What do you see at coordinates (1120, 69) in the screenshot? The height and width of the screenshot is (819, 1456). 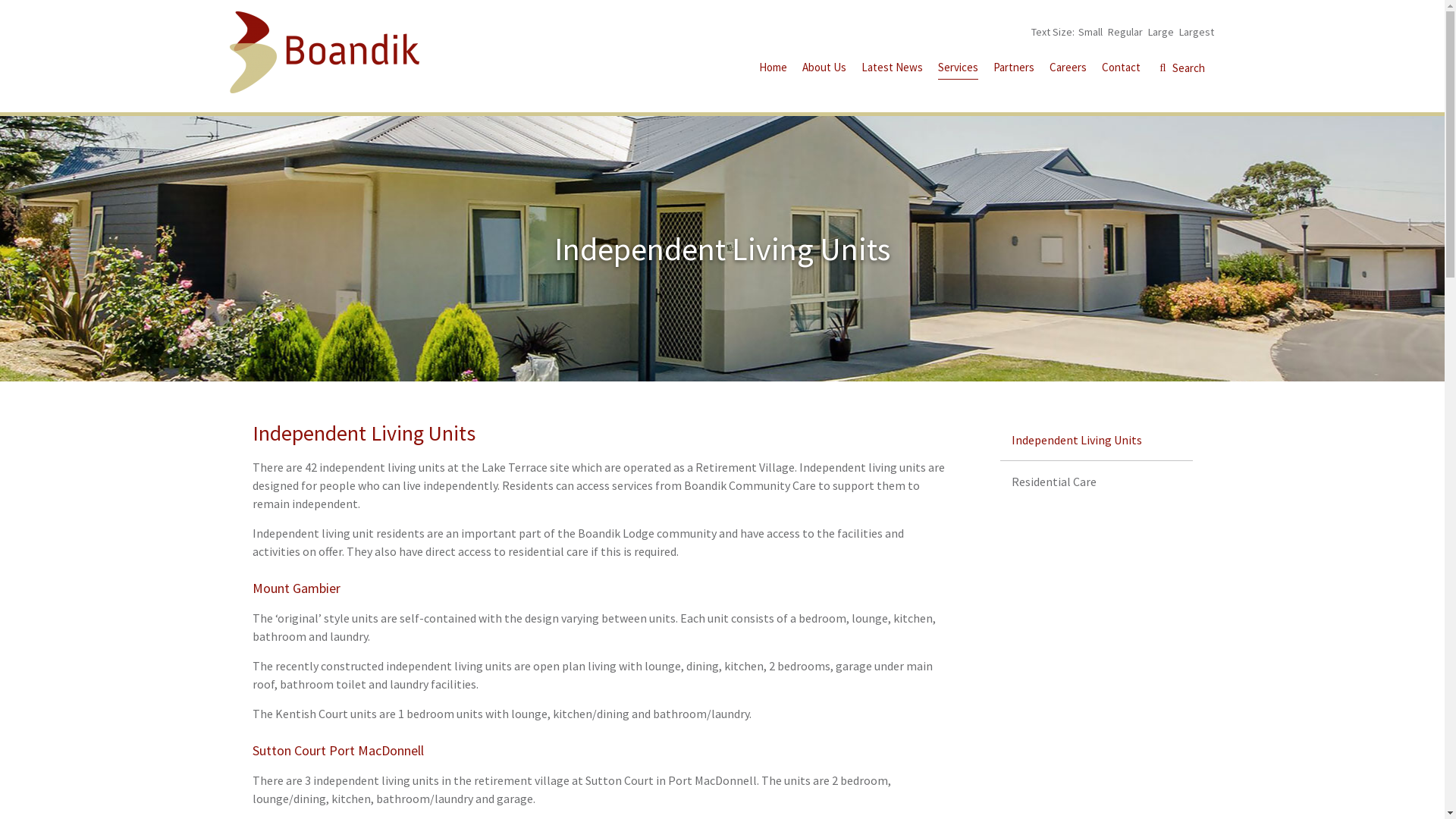 I see `'Contact'` at bounding box center [1120, 69].